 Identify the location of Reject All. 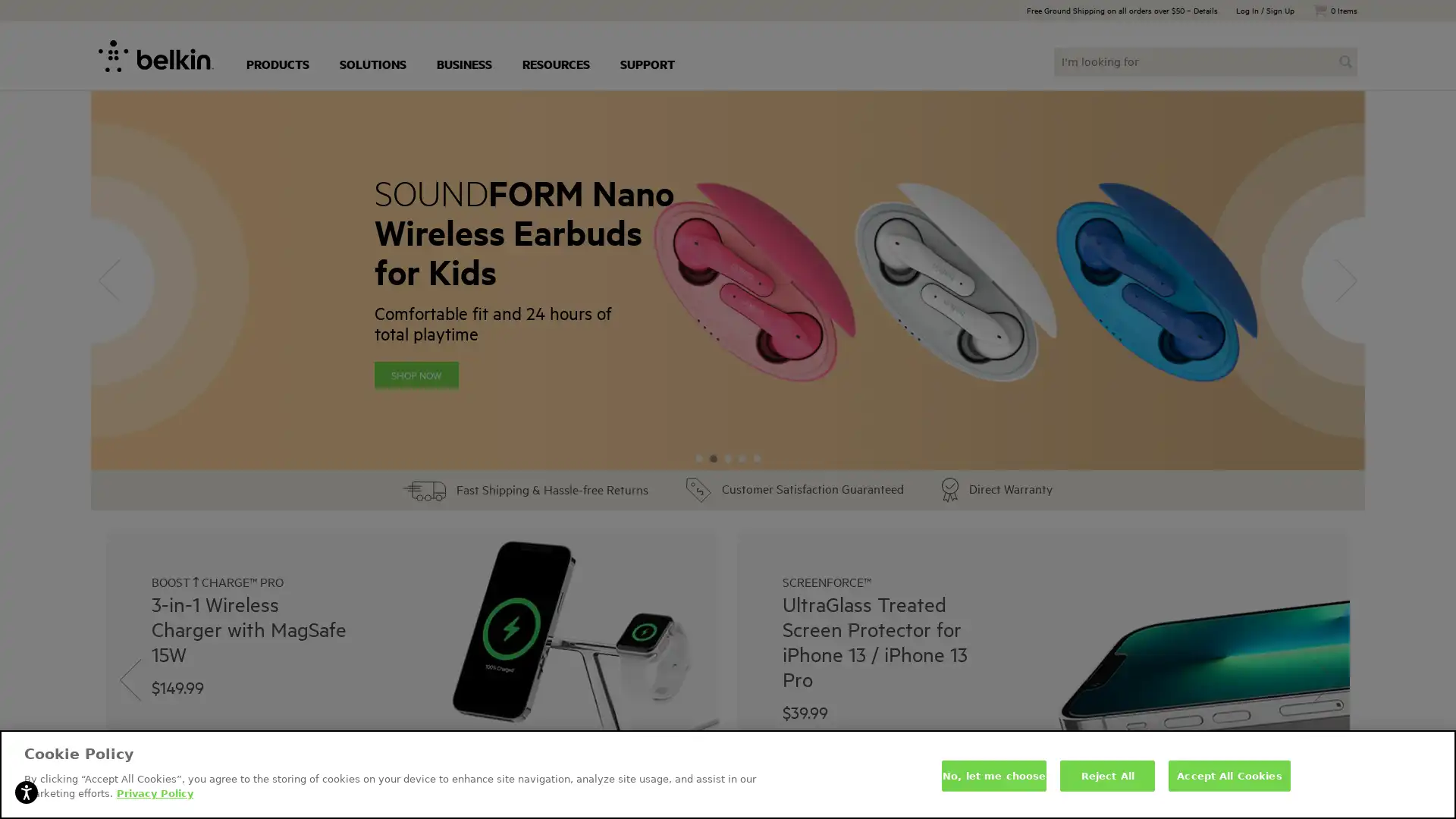
(1107, 775).